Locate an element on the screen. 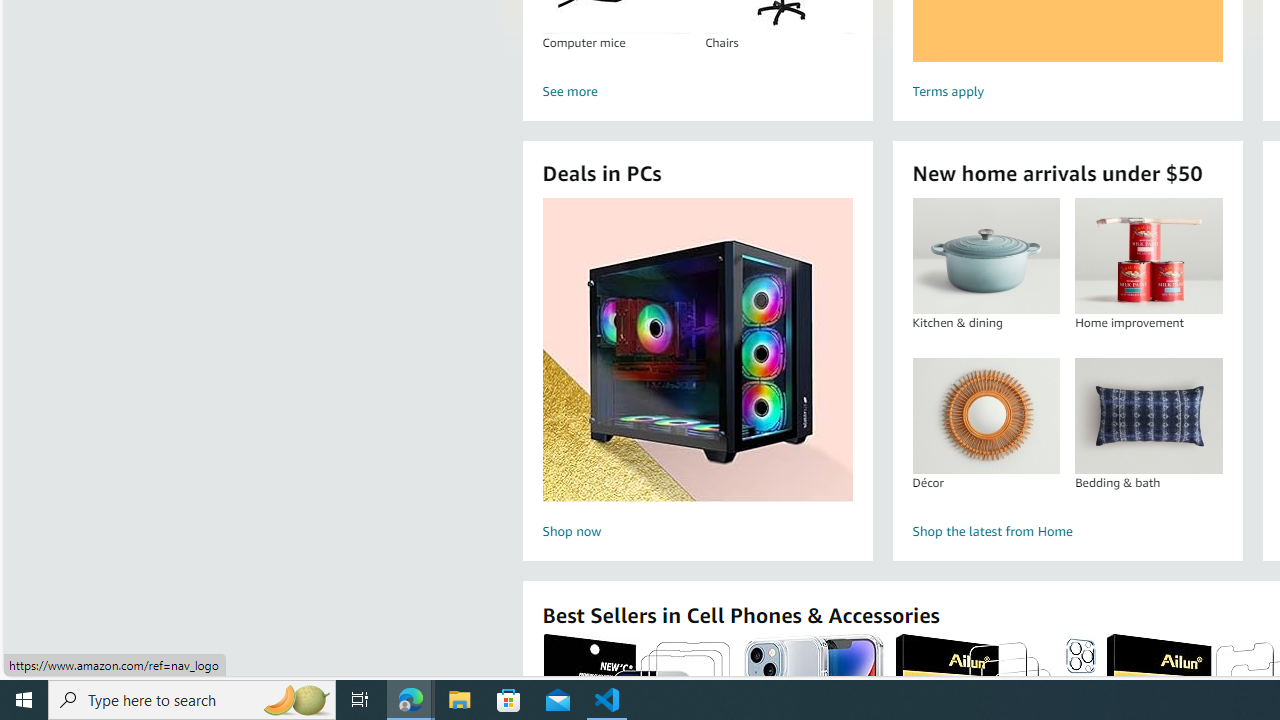  'Kitchen & dining' is located at coordinates (986, 255).